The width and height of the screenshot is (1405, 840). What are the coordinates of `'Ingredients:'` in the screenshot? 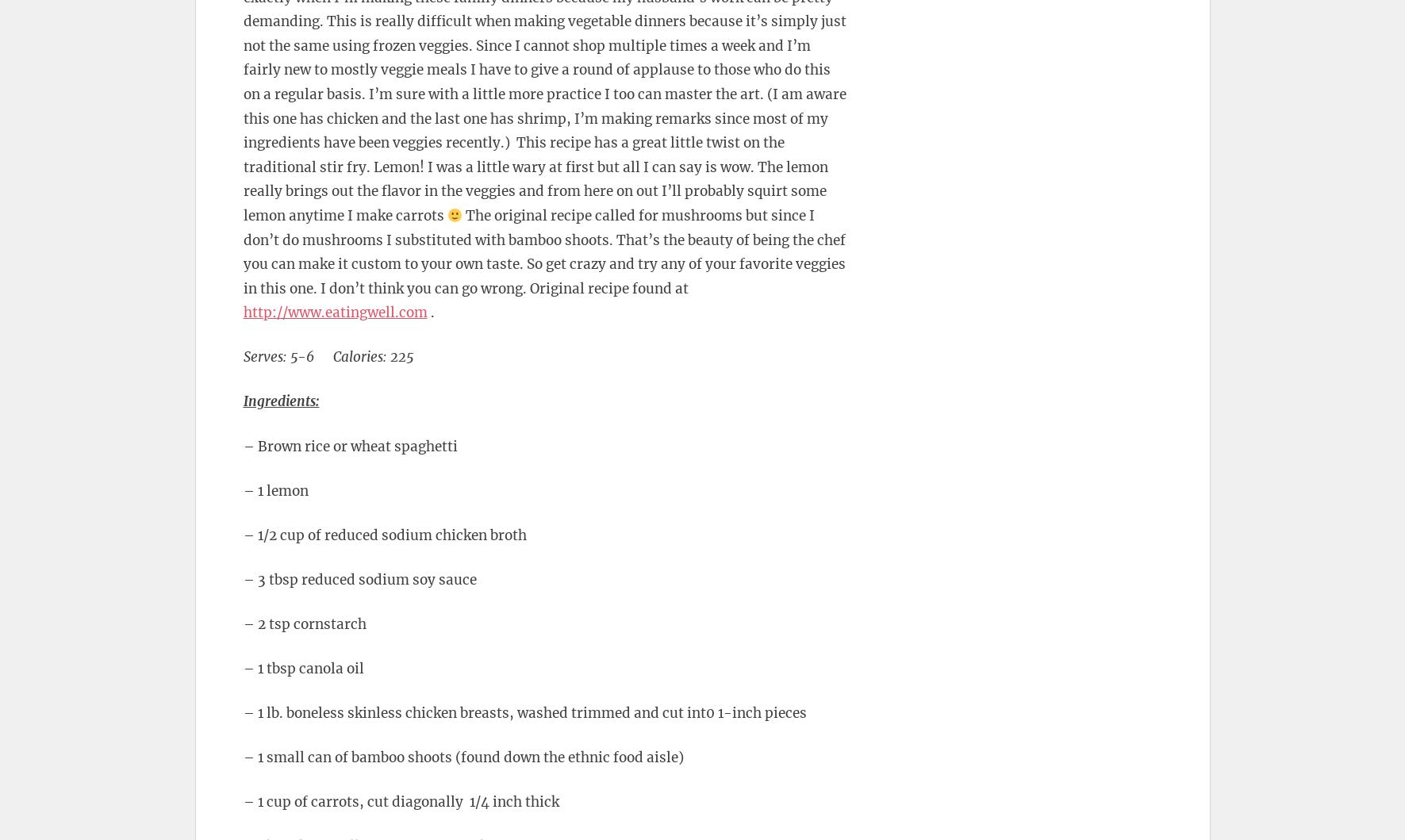 It's located at (280, 401).